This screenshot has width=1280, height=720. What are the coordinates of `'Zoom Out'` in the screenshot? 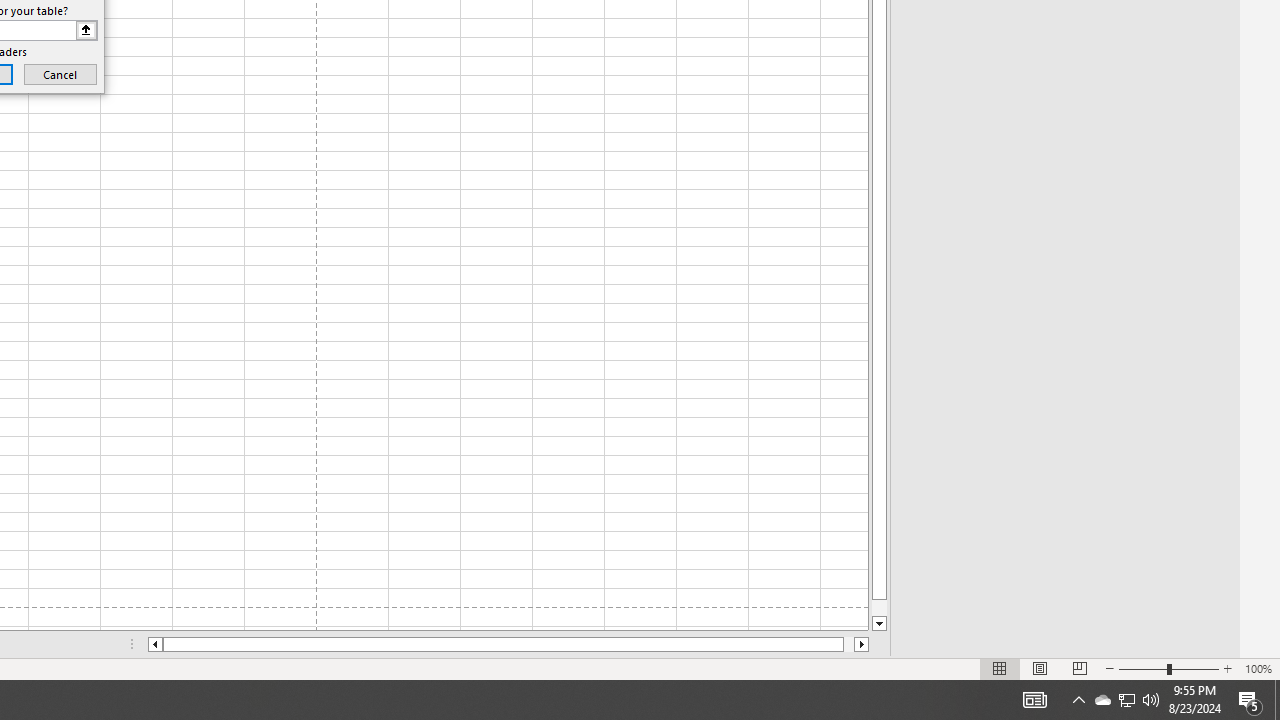 It's located at (1143, 669).